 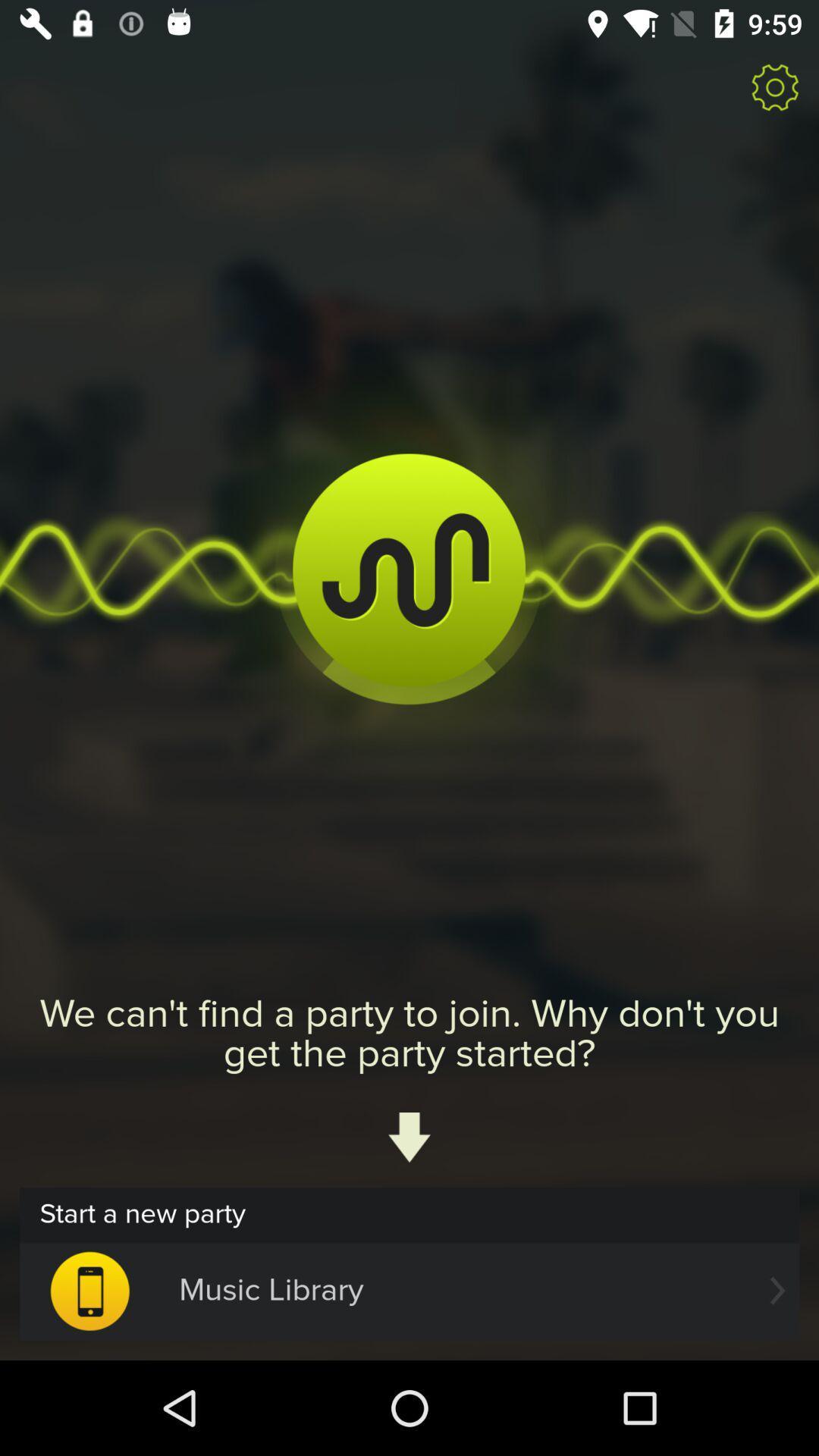 I want to click on music library which is at bottom of the page, so click(x=409, y=1290).